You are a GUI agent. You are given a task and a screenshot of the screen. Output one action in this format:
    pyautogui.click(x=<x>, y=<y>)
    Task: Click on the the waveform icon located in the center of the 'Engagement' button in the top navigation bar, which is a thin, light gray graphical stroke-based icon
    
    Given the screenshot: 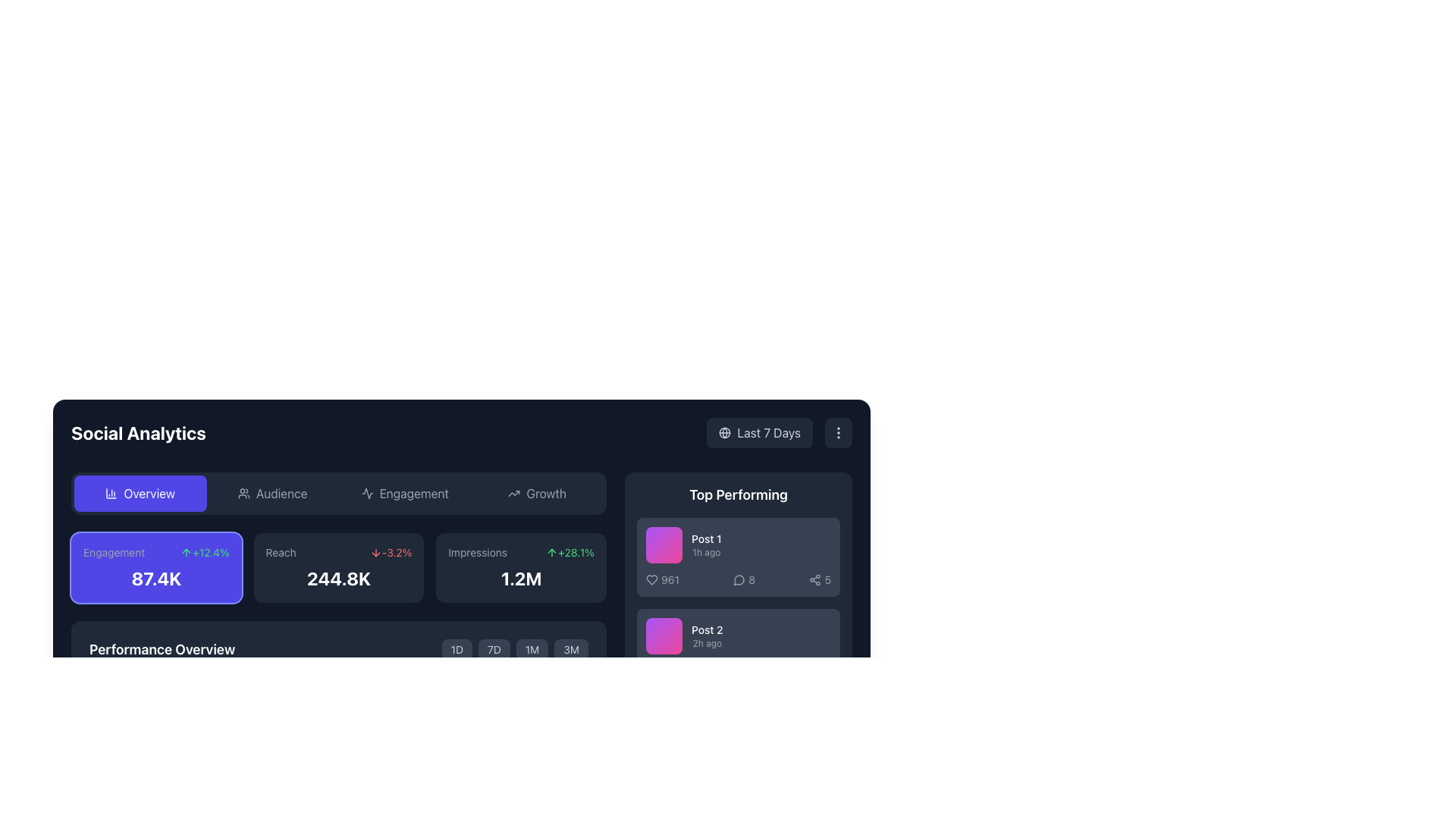 What is the action you would take?
    pyautogui.click(x=367, y=494)
    